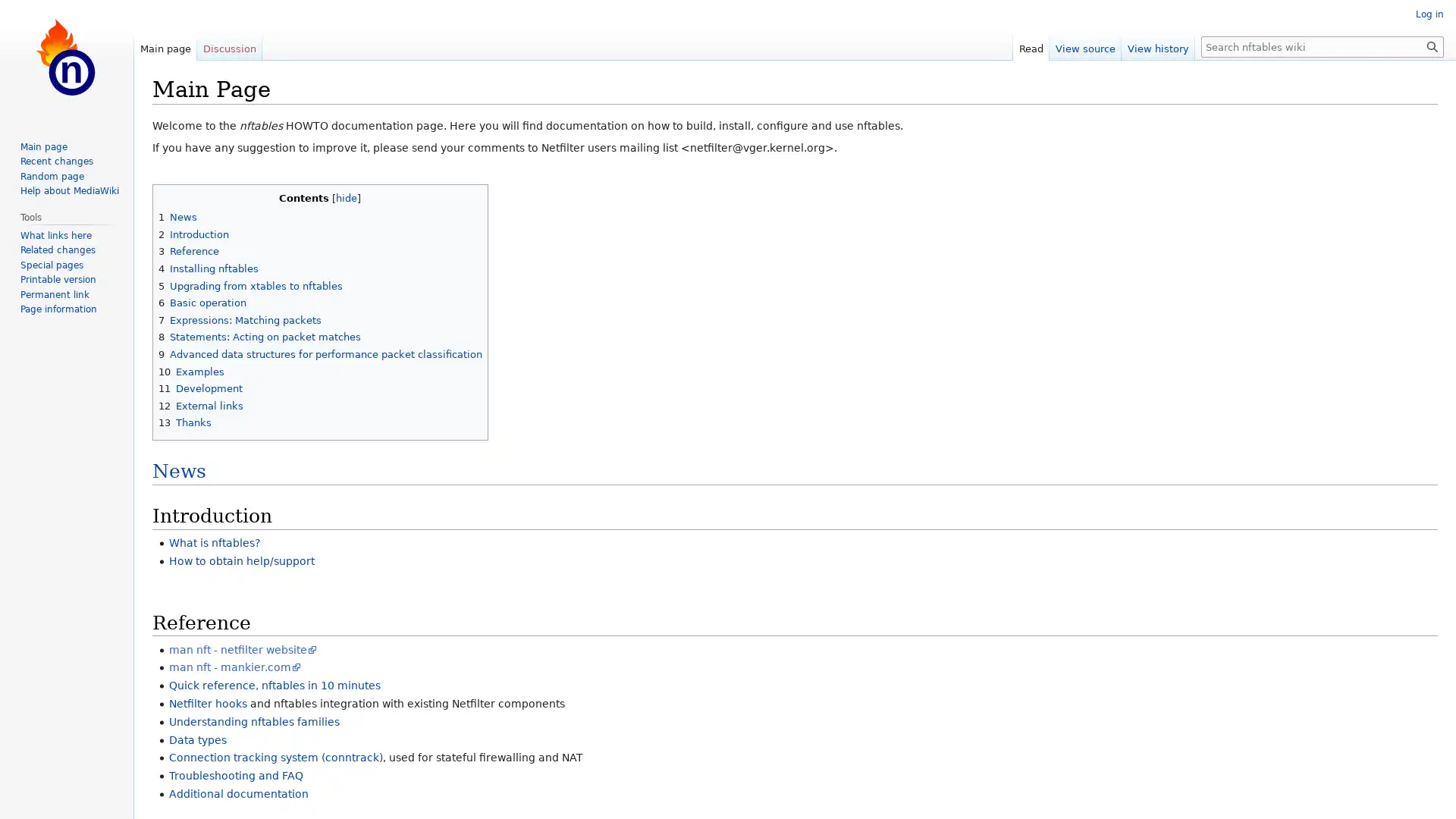 The image size is (1456, 819). Describe the element at coordinates (1432, 45) in the screenshot. I see `Go` at that location.